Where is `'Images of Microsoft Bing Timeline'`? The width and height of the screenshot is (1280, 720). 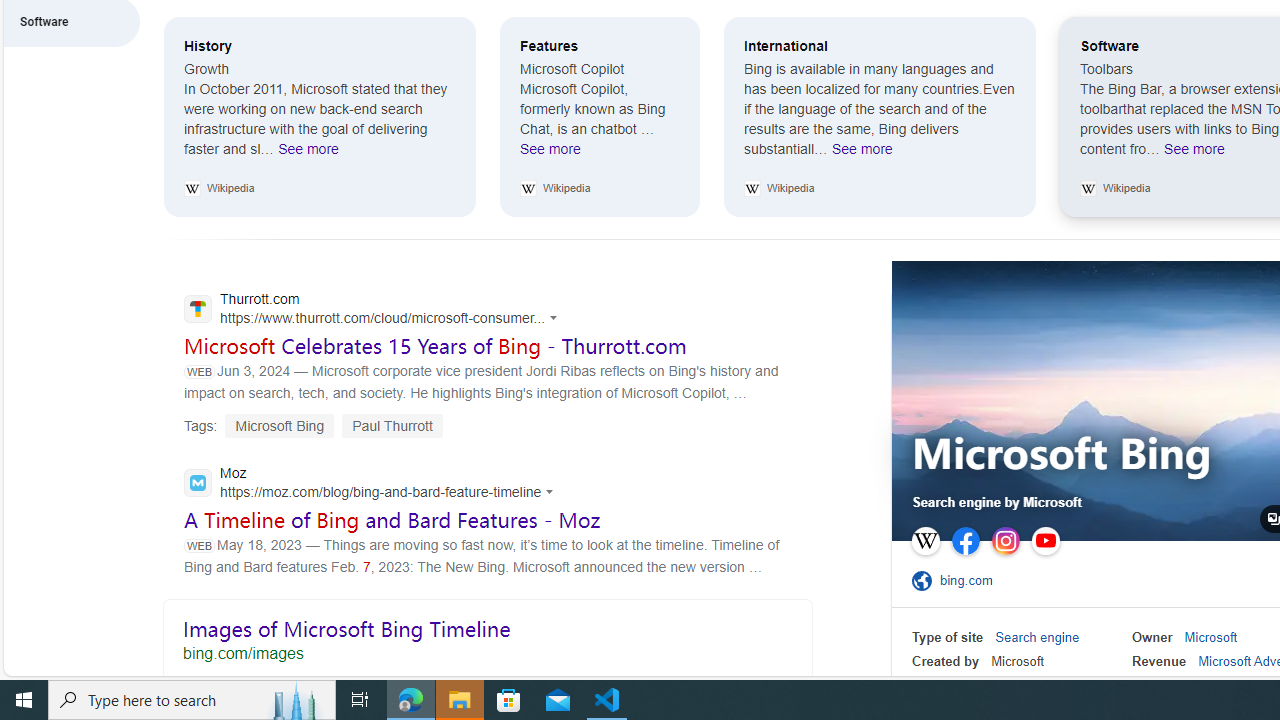 'Images of Microsoft Bing Timeline' is located at coordinates (487, 636).